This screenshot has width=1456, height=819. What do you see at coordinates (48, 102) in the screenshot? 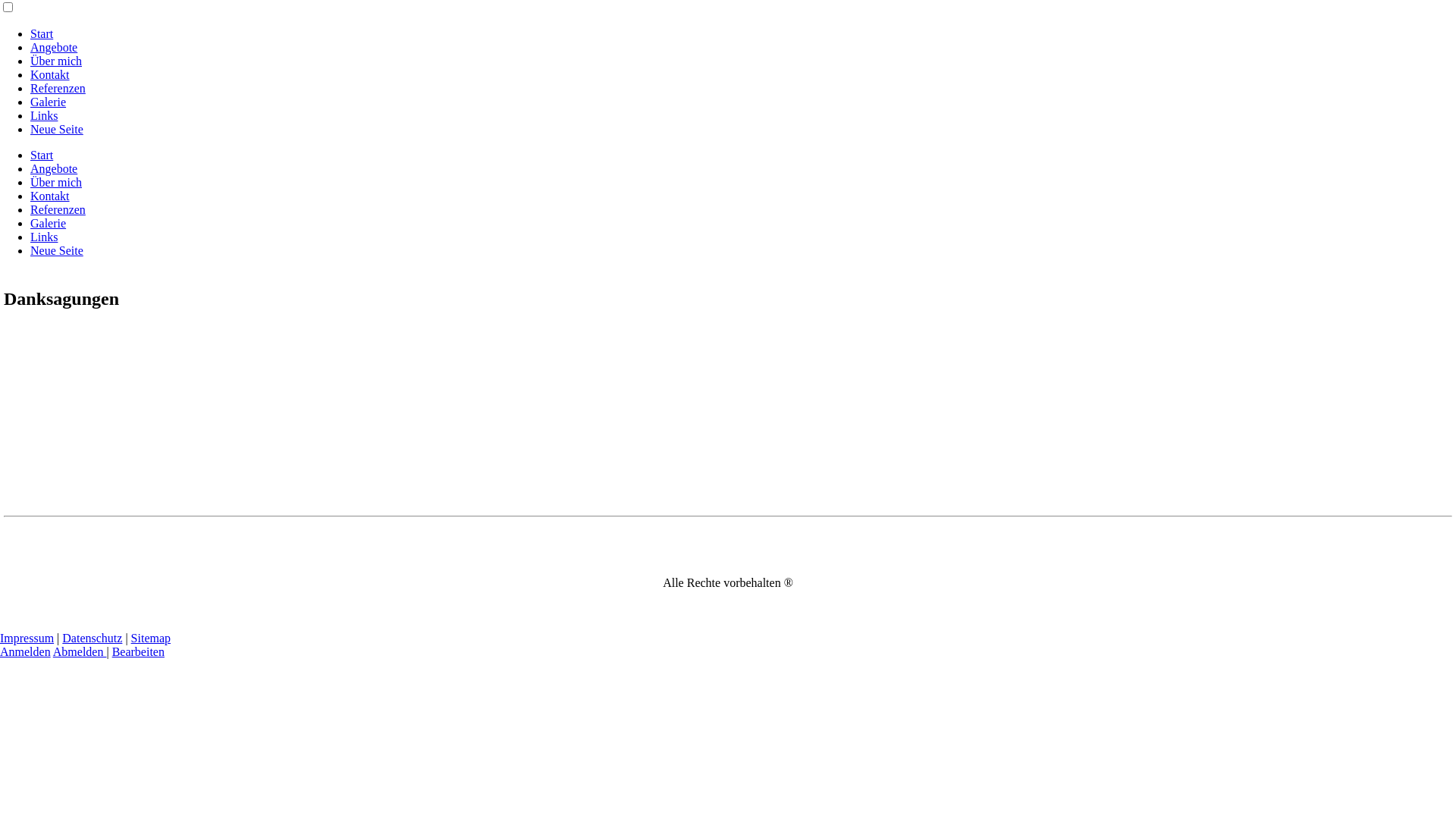
I see `'Galerie'` at bounding box center [48, 102].